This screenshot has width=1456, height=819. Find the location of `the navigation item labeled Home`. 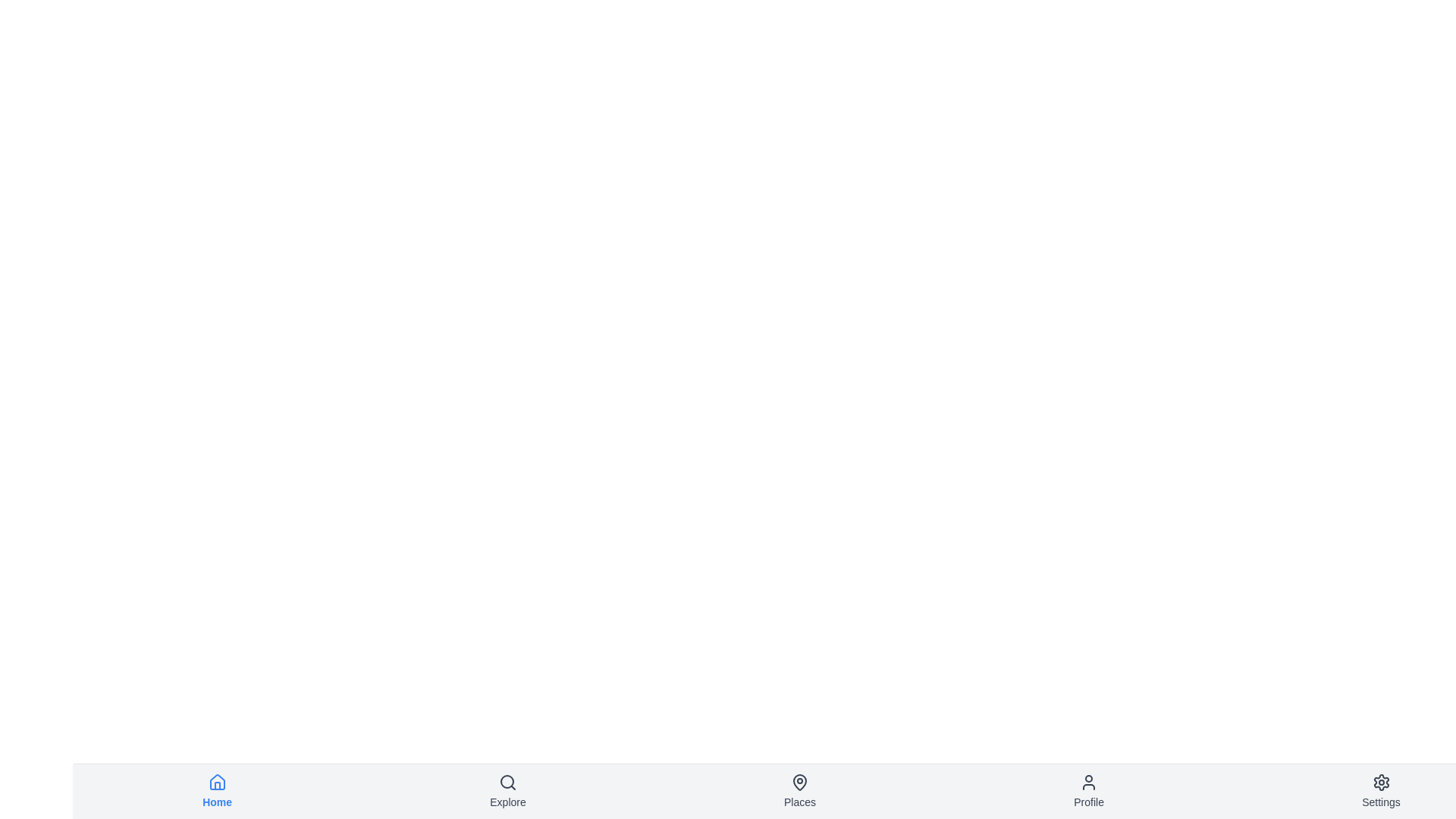

the navigation item labeled Home is located at coordinates (216, 791).